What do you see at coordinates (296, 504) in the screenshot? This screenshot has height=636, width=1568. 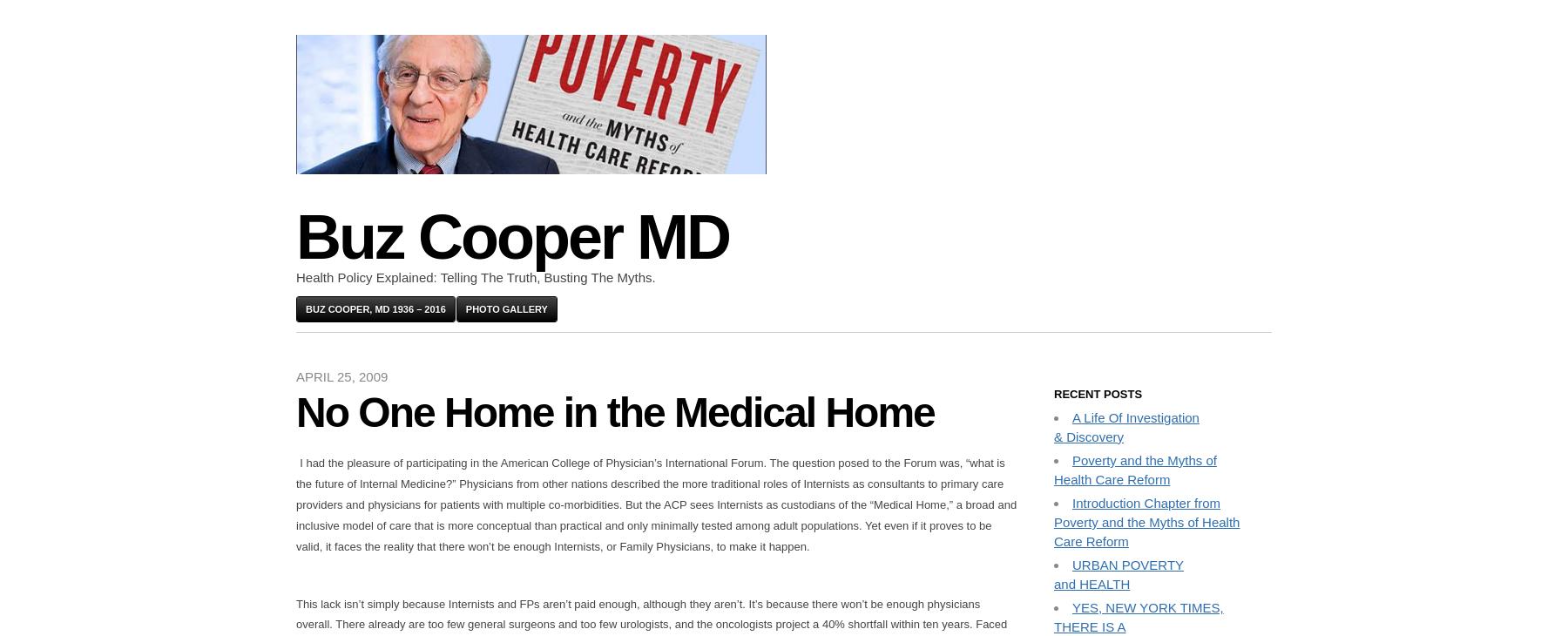 I see `'I had the pleasure of participating in the American College of Physician’s International Forum. The question posed to the Forum was, “what is the future of Internal Medicine?” Physicians from other nations described the more traditional roles of Internists as consultants to primary care providers and physicians for patients with multiple co-morbidities. But the ACP sees Internists as custodians of the “Medical Home,” a broad and inclusive model of care that is more conceptual than practical and only minimally tested among adult populations. Yet even if it proves to be valid, it faces the reality that there won’t be enough Internists, or Family Physicians, to make it happen.'` at bounding box center [296, 504].